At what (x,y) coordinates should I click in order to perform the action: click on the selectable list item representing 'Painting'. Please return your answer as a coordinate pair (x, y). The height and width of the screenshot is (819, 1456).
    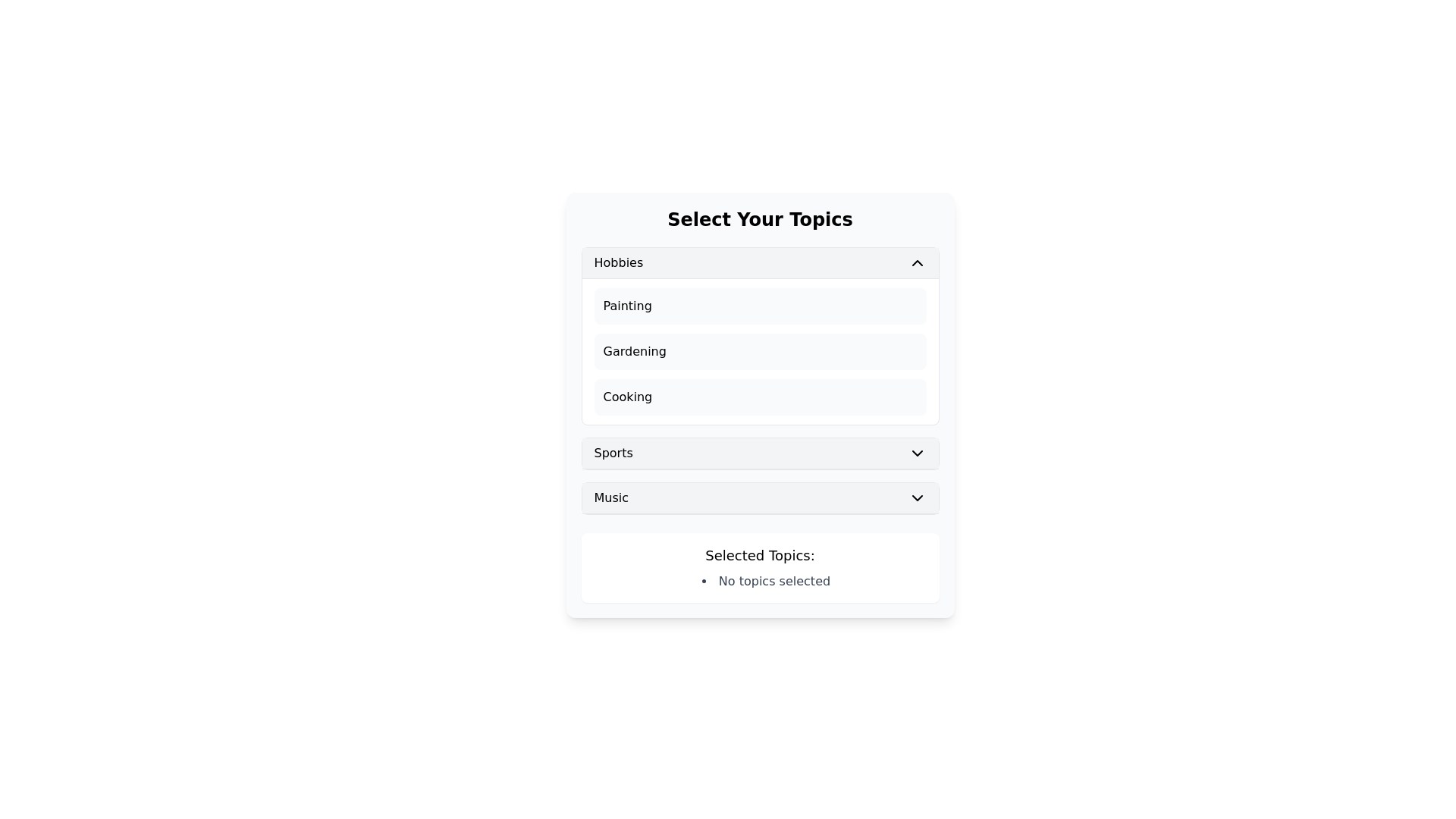
    Looking at the image, I should click on (760, 306).